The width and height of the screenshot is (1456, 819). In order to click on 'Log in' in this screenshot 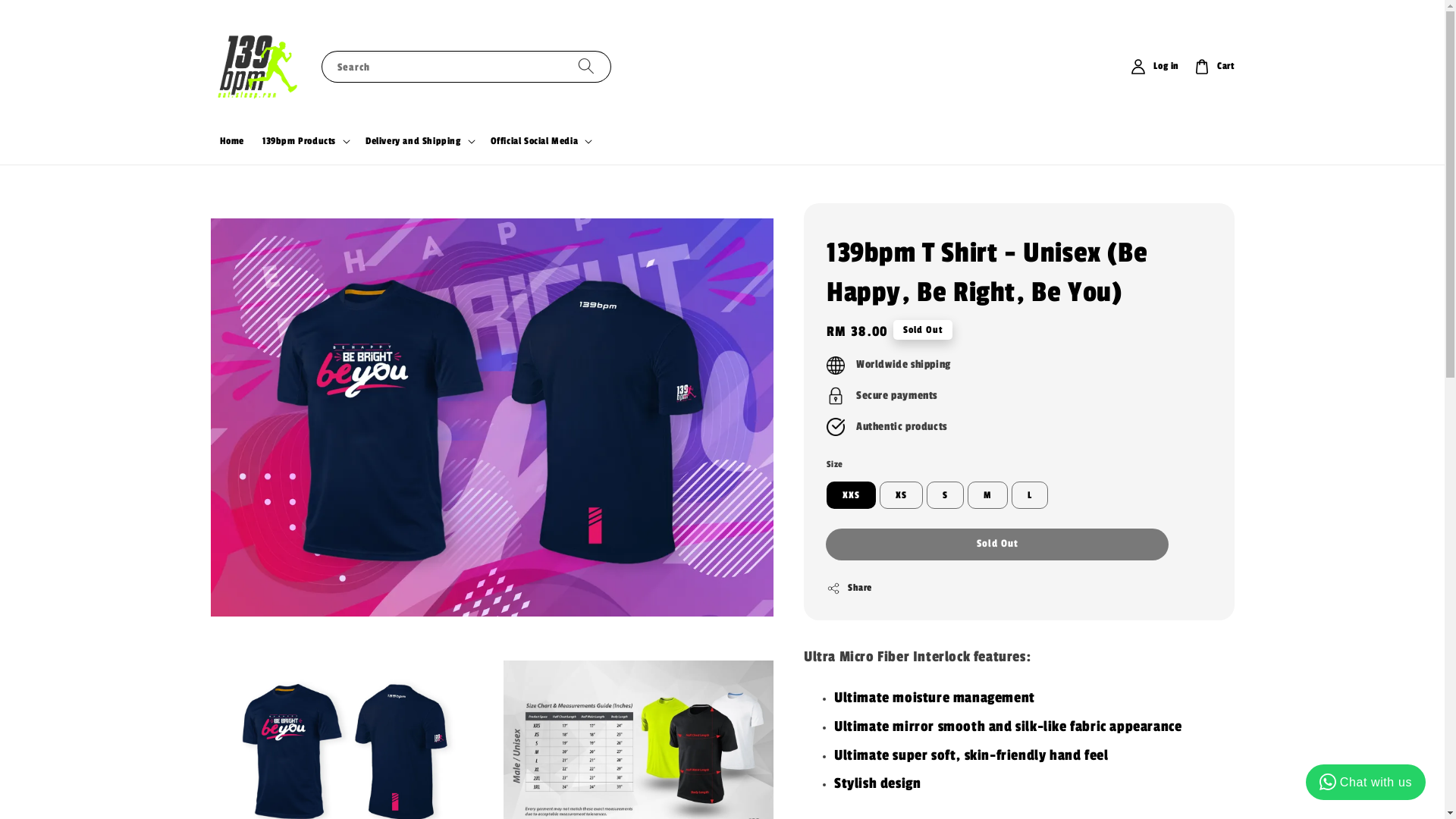, I will do `click(1131, 65)`.